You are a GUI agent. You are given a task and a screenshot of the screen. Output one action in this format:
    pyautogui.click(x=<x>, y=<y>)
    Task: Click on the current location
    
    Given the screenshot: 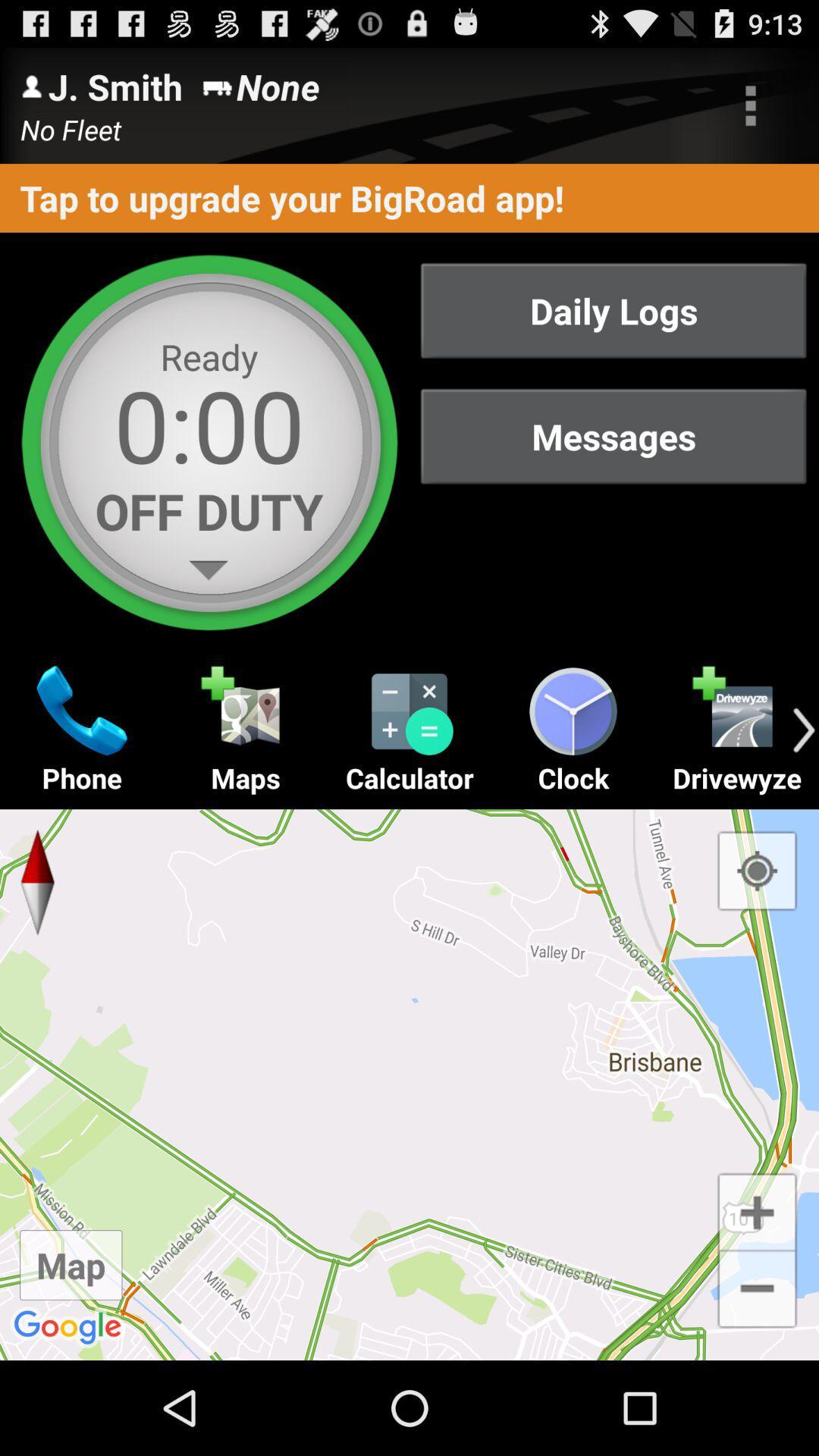 What is the action you would take?
    pyautogui.click(x=757, y=871)
    